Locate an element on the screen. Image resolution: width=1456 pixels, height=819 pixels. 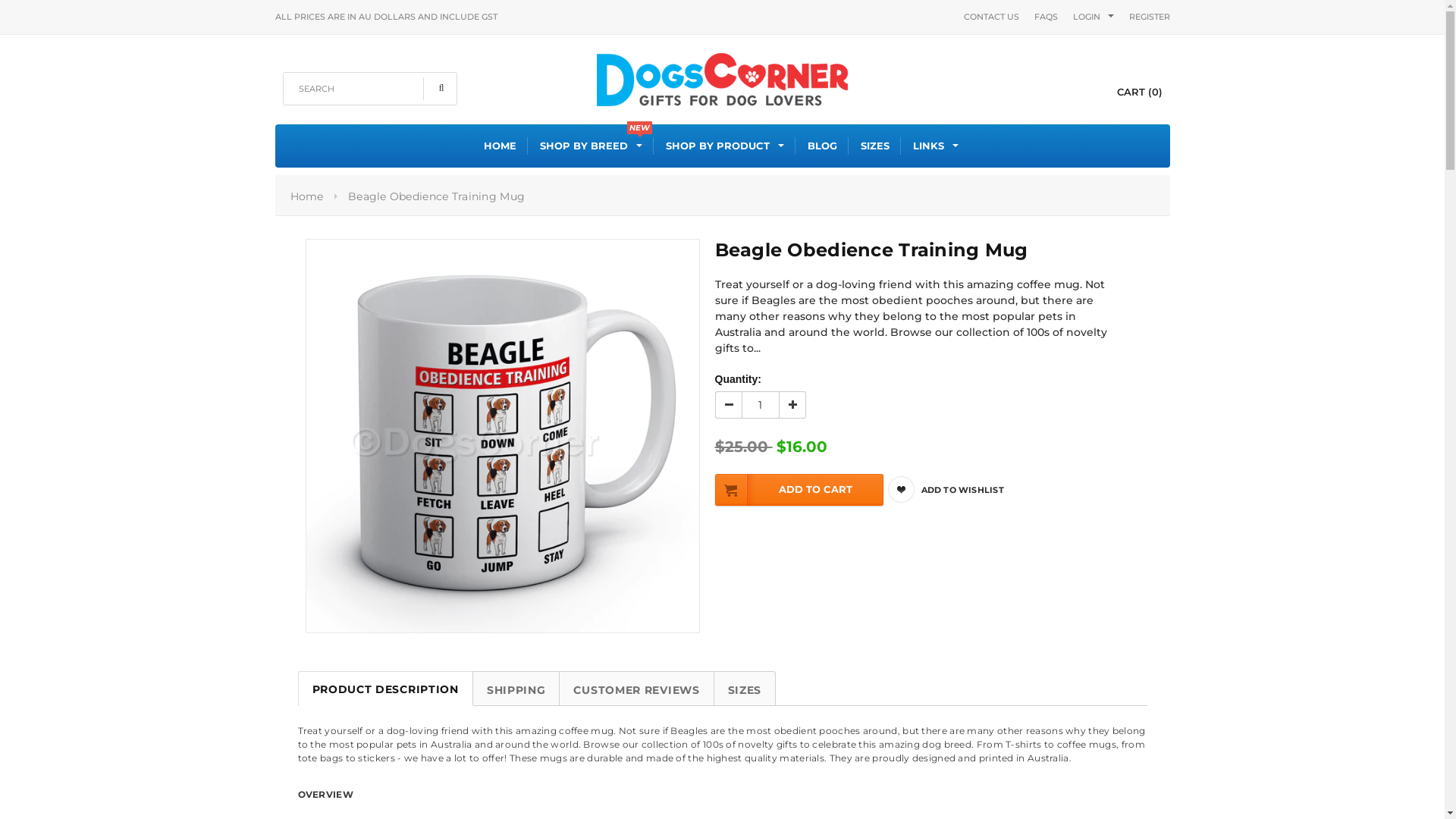
'Add to Cart' is located at coordinates (797, 489).